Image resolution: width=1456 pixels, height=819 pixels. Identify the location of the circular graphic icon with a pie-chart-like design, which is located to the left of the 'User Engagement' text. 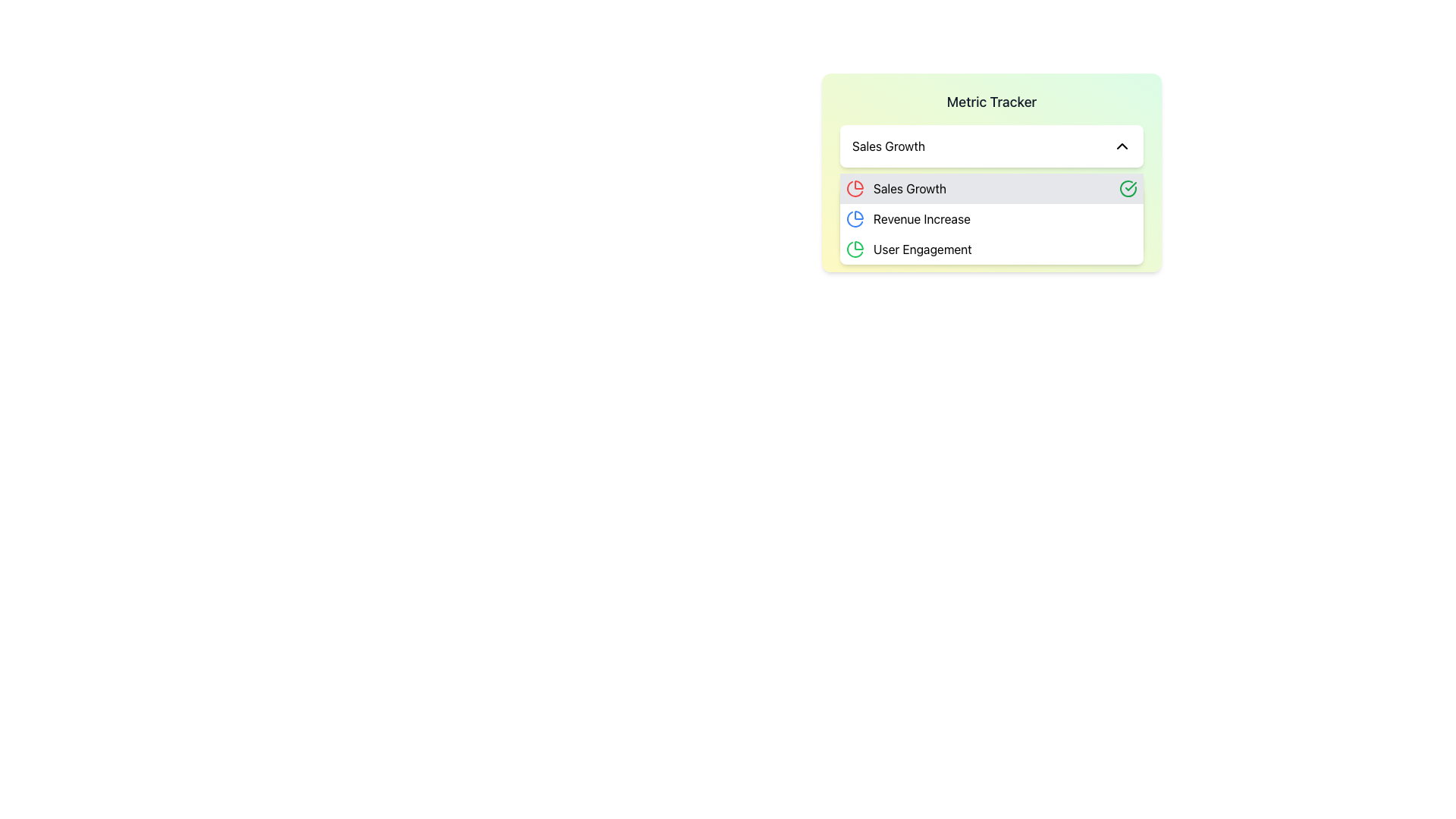
(855, 248).